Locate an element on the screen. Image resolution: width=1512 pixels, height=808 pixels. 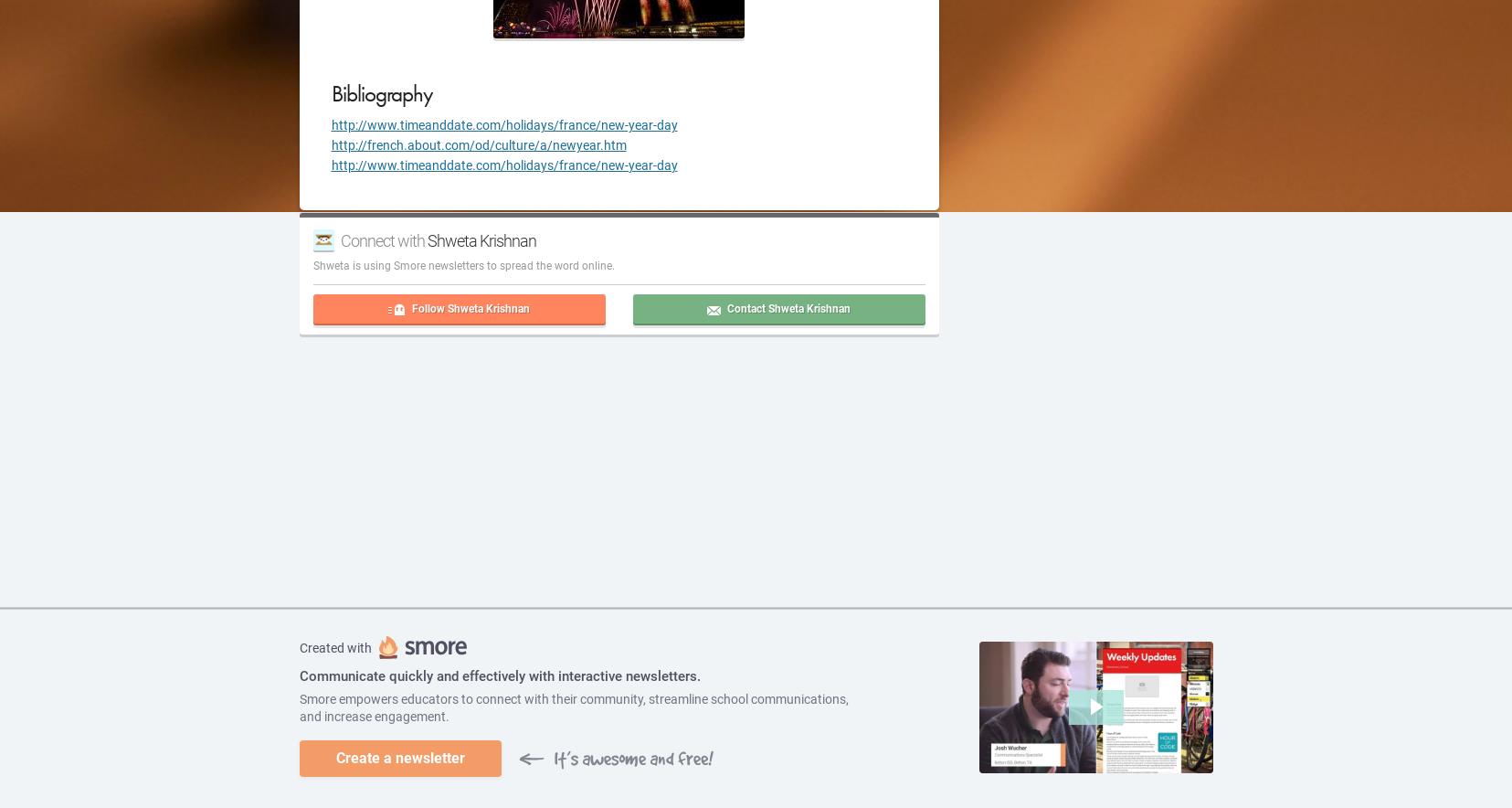
'is using Smore newsletters
                    to spread the word online.' is located at coordinates (348, 265).